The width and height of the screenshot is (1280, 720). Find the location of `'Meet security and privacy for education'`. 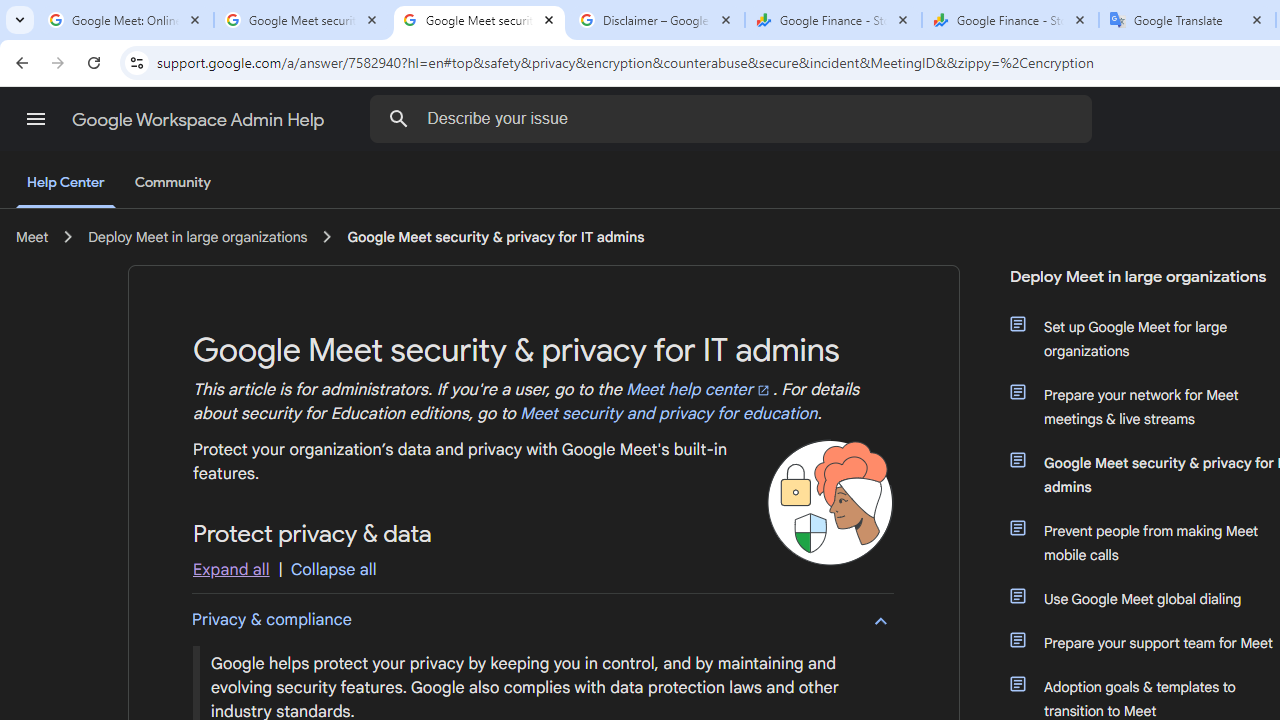

'Meet security and privacy for education' is located at coordinates (668, 412).